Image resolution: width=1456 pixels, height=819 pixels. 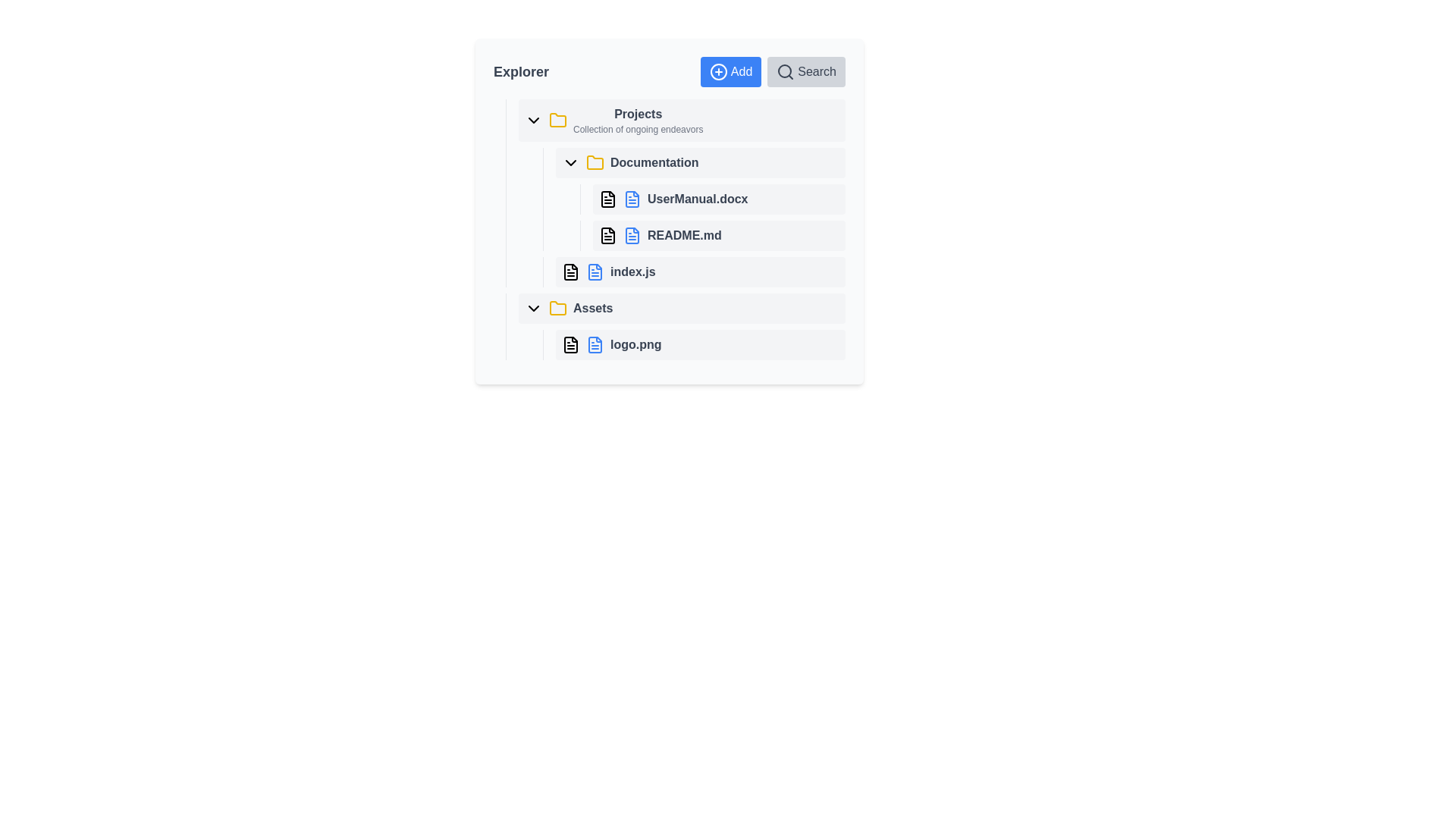 I want to click on the static text label providing context for the 'Projects' heading, which is positioned directly below the heading in the top-left section of the interface, so click(x=638, y=128).